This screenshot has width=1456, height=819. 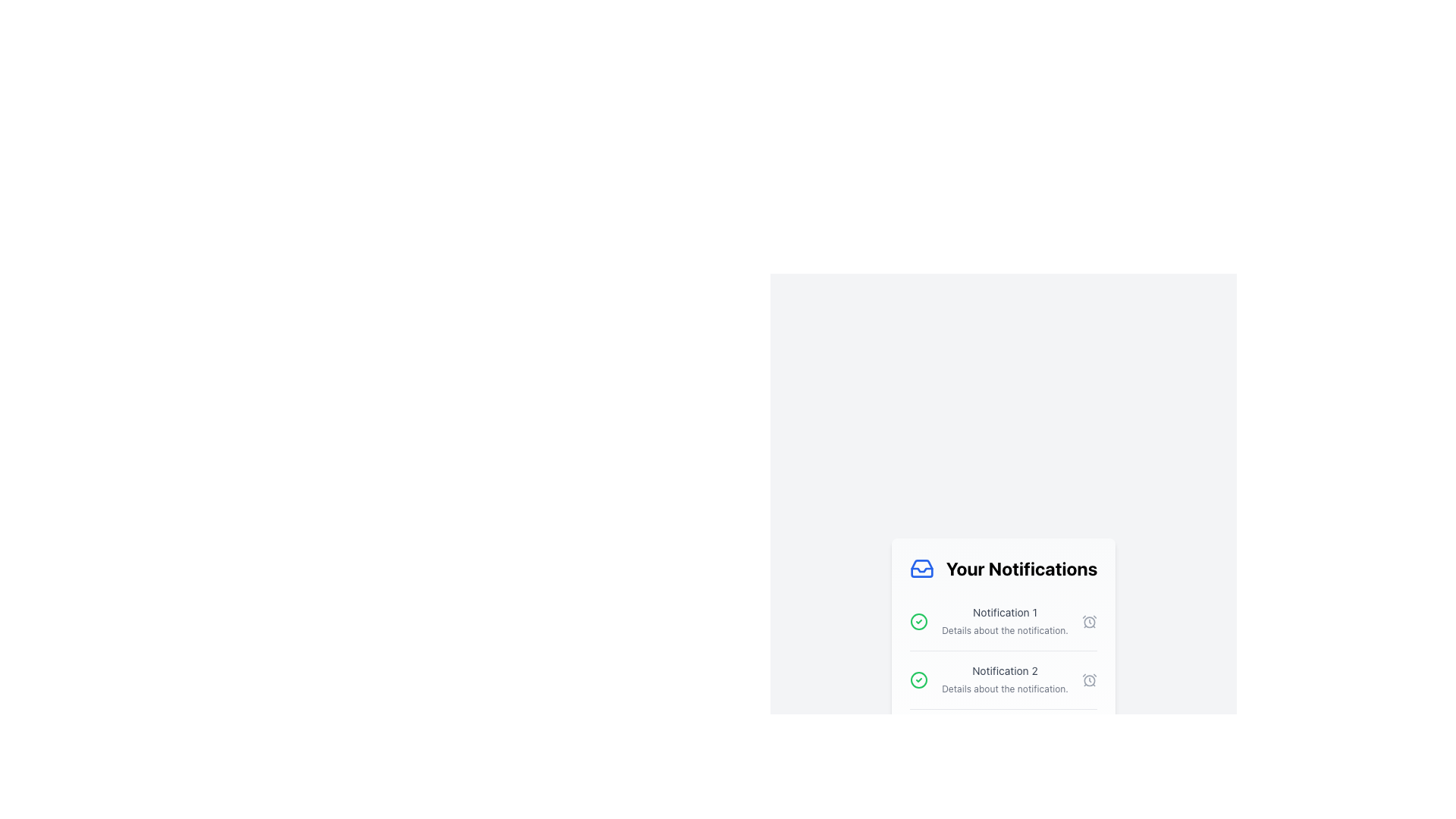 What do you see at coordinates (1089, 679) in the screenshot?
I see `the alarm clock icon, which is part of the 'Notification 2' entry in the 'Your Notifications' section, positioned to the far right of the text` at bounding box center [1089, 679].